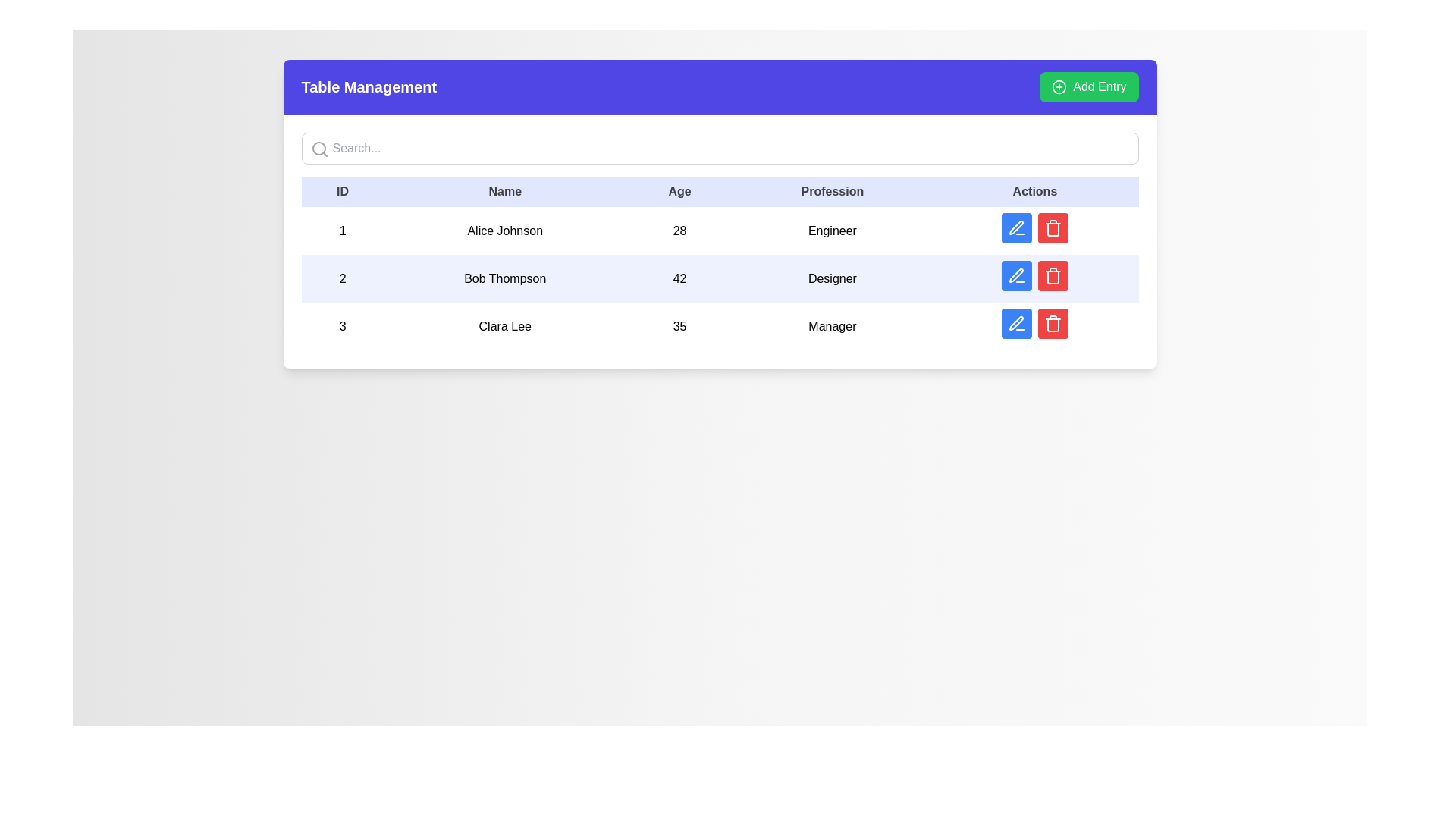 The width and height of the screenshot is (1456, 819). I want to click on the static text label displaying 'Engineer' in the grid-like table structure for user 'Alice Johnson', so click(831, 231).